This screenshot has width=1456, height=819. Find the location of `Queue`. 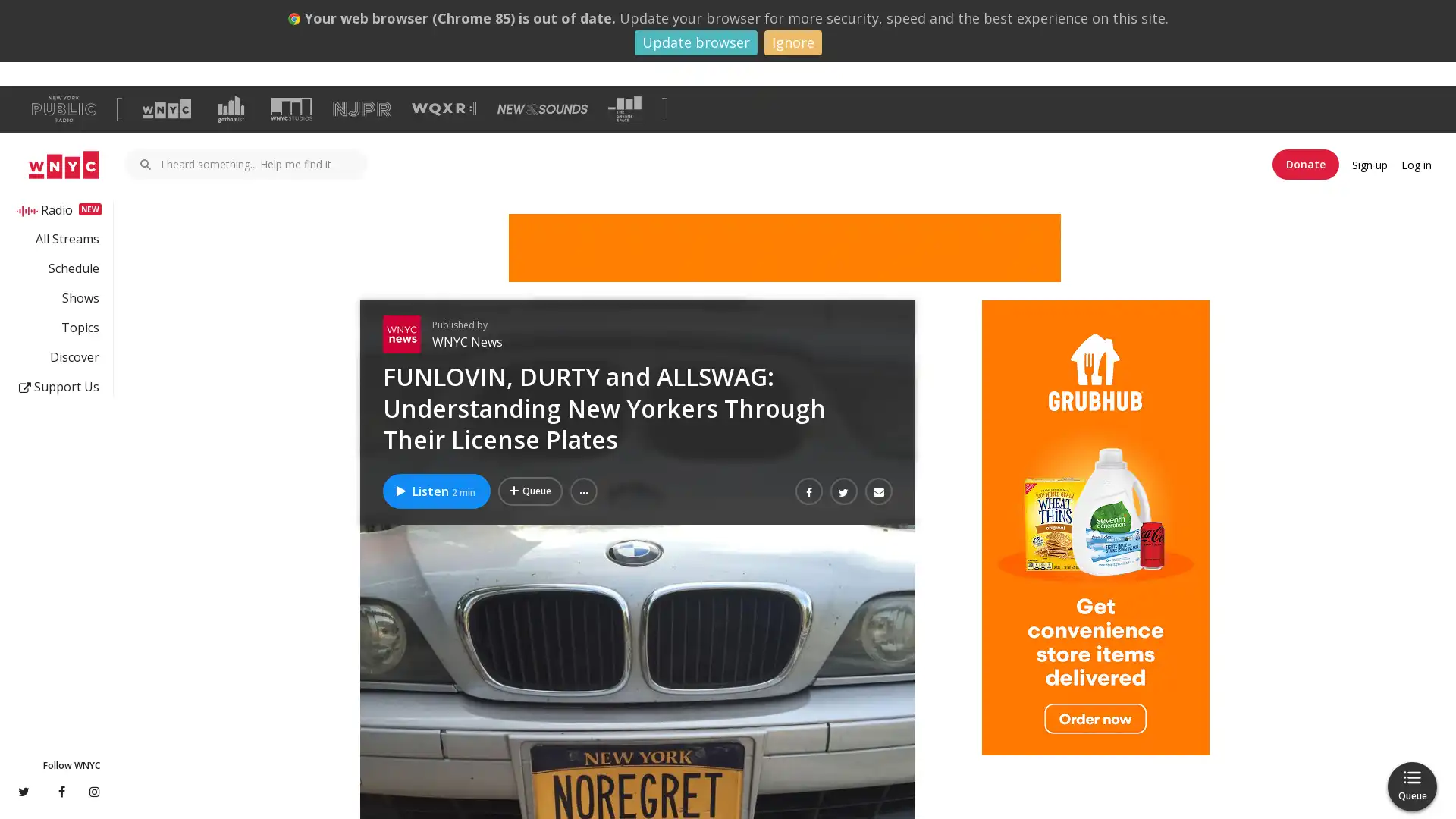

Queue is located at coordinates (1411, 786).